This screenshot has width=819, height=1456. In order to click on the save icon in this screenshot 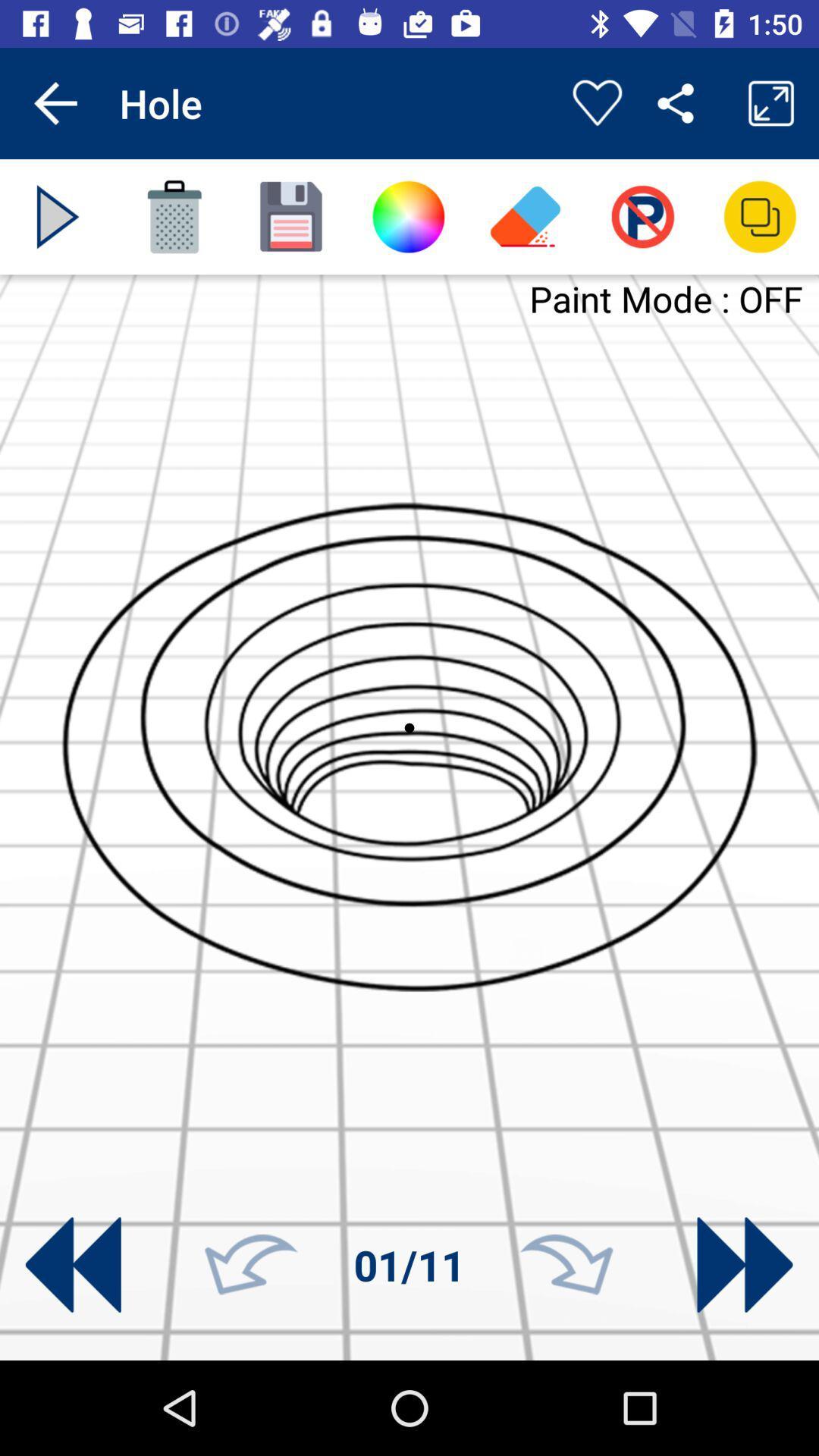, I will do `click(291, 216)`.